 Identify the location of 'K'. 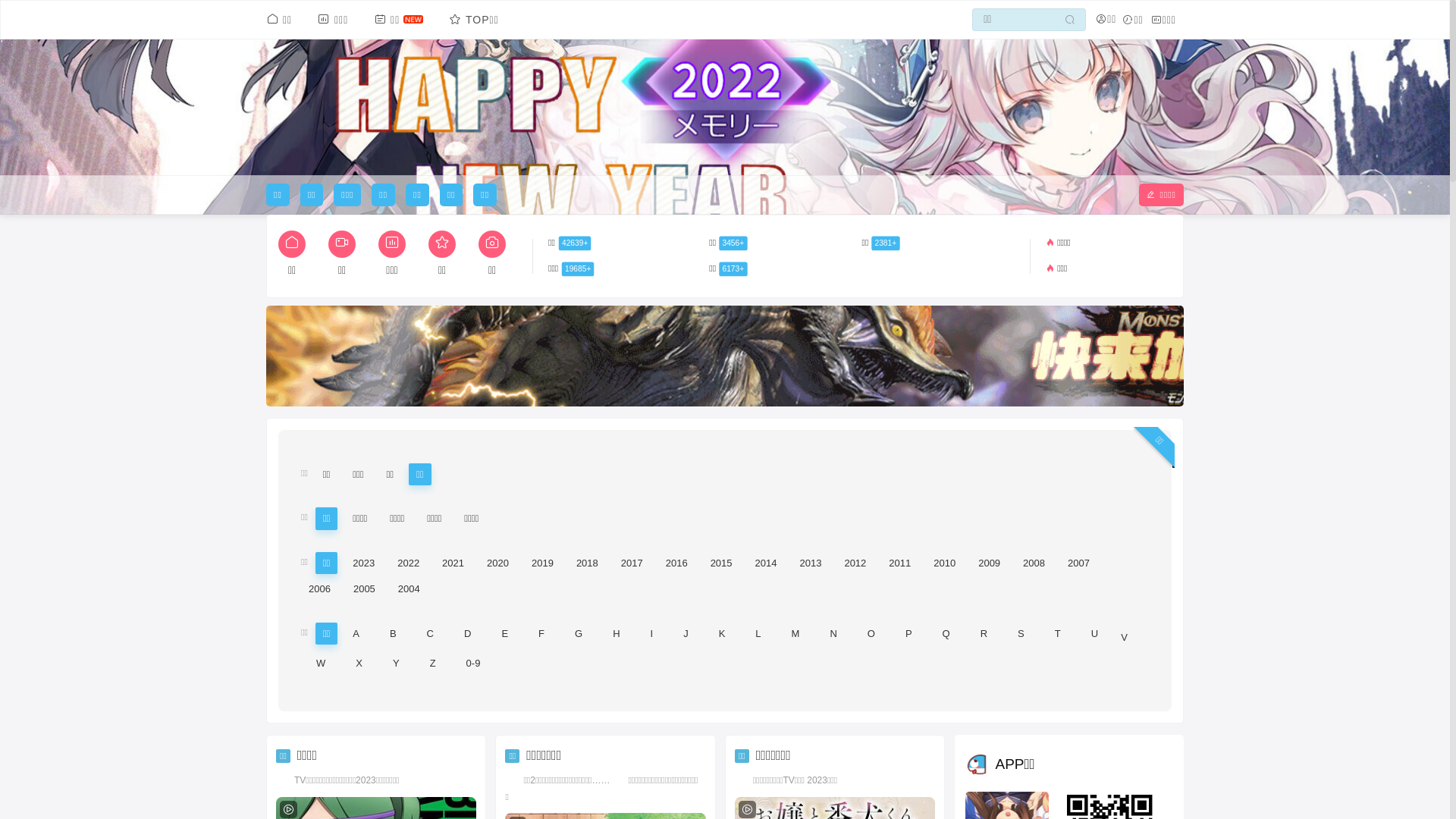
(721, 633).